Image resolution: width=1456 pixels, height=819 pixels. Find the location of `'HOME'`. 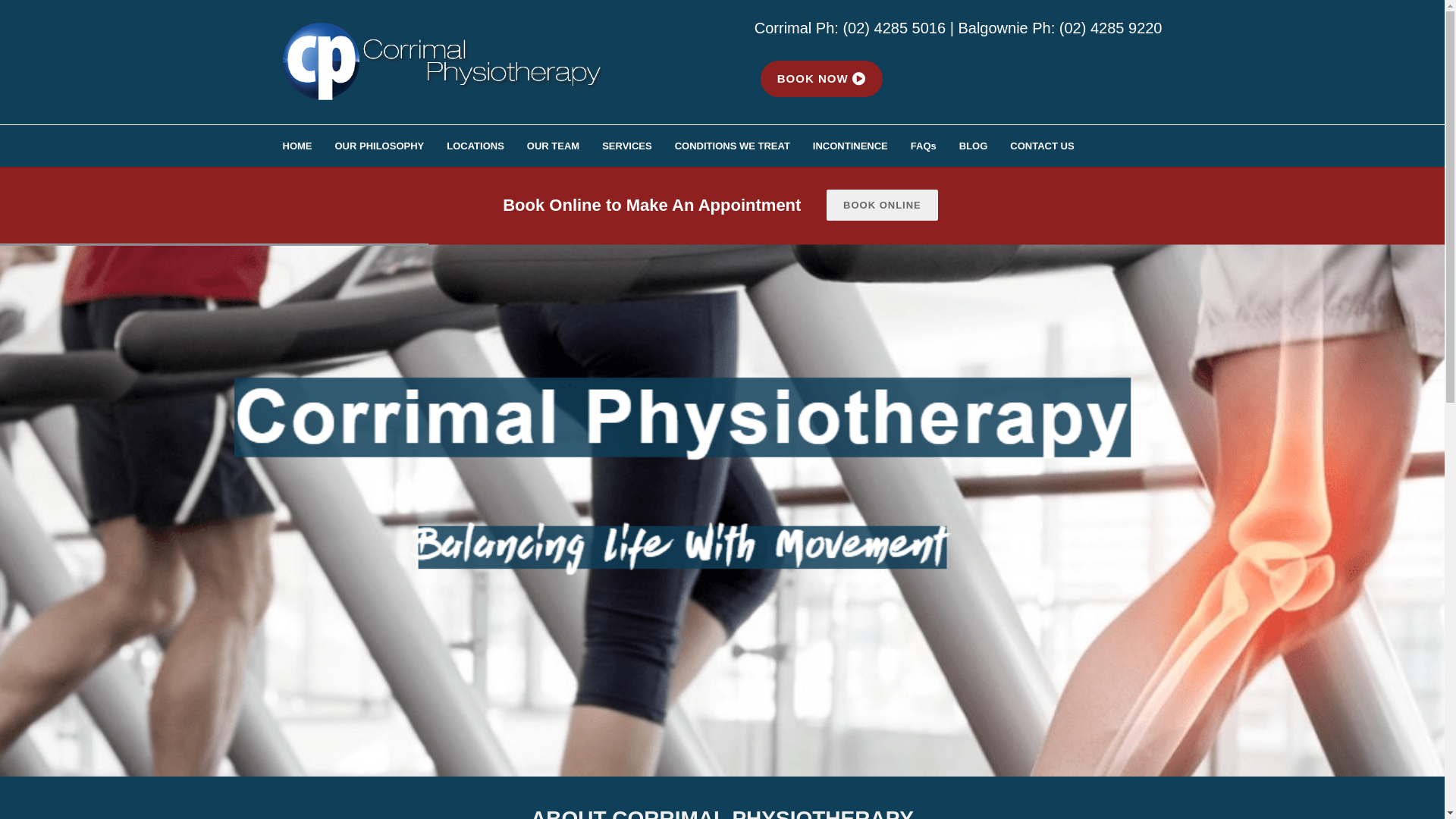

'HOME' is located at coordinates (307, 146).